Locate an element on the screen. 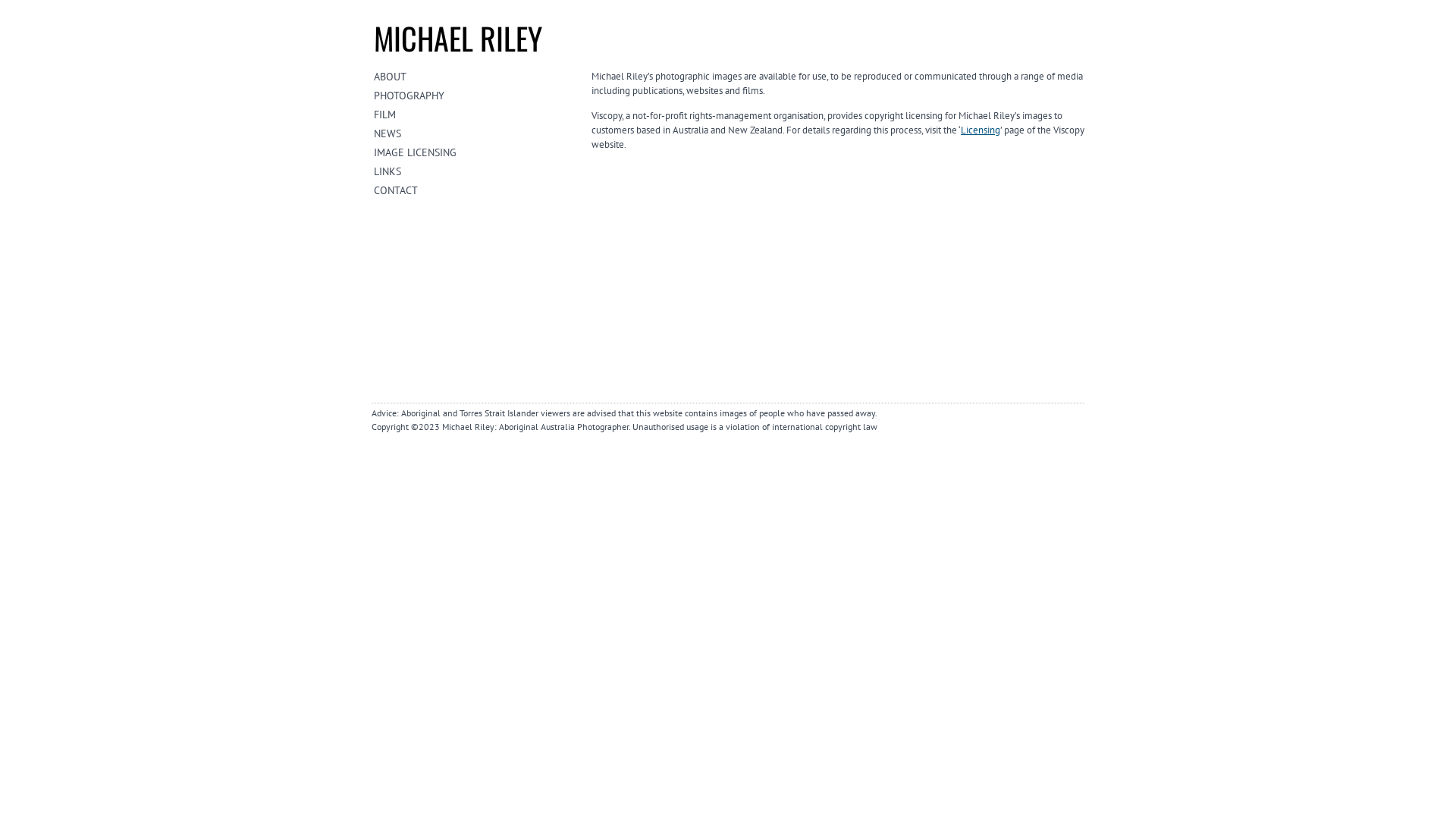 This screenshot has width=1456, height=819. 'CONTACT' is located at coordinates (475, 189).